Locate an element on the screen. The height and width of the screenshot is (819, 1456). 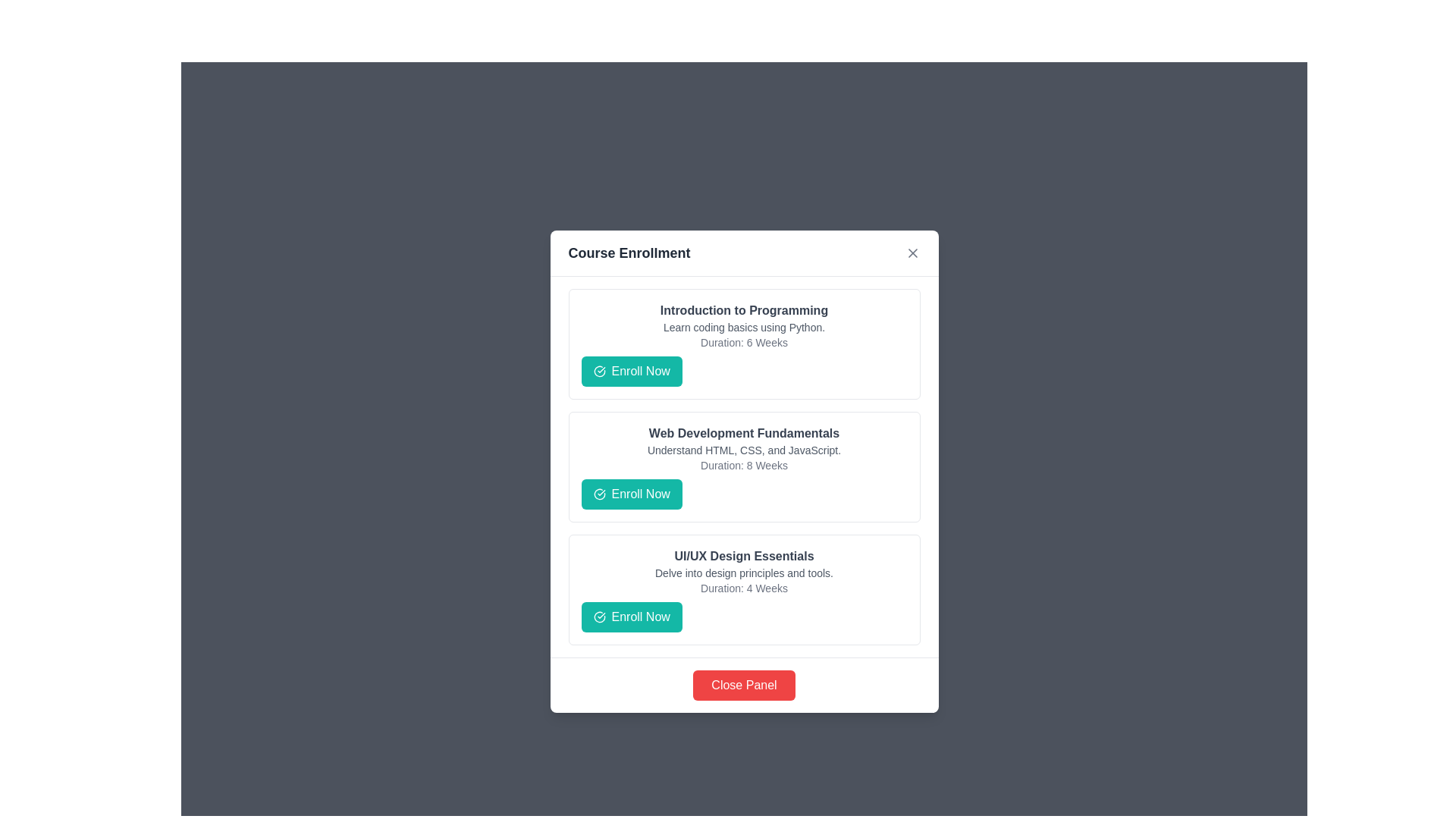
the circular icon representing a check mark located in the bottom section of the UI inside the 'Enroll Now' button for the 'UI/UX Design Essentials' course is located at coordinates (598, 617).